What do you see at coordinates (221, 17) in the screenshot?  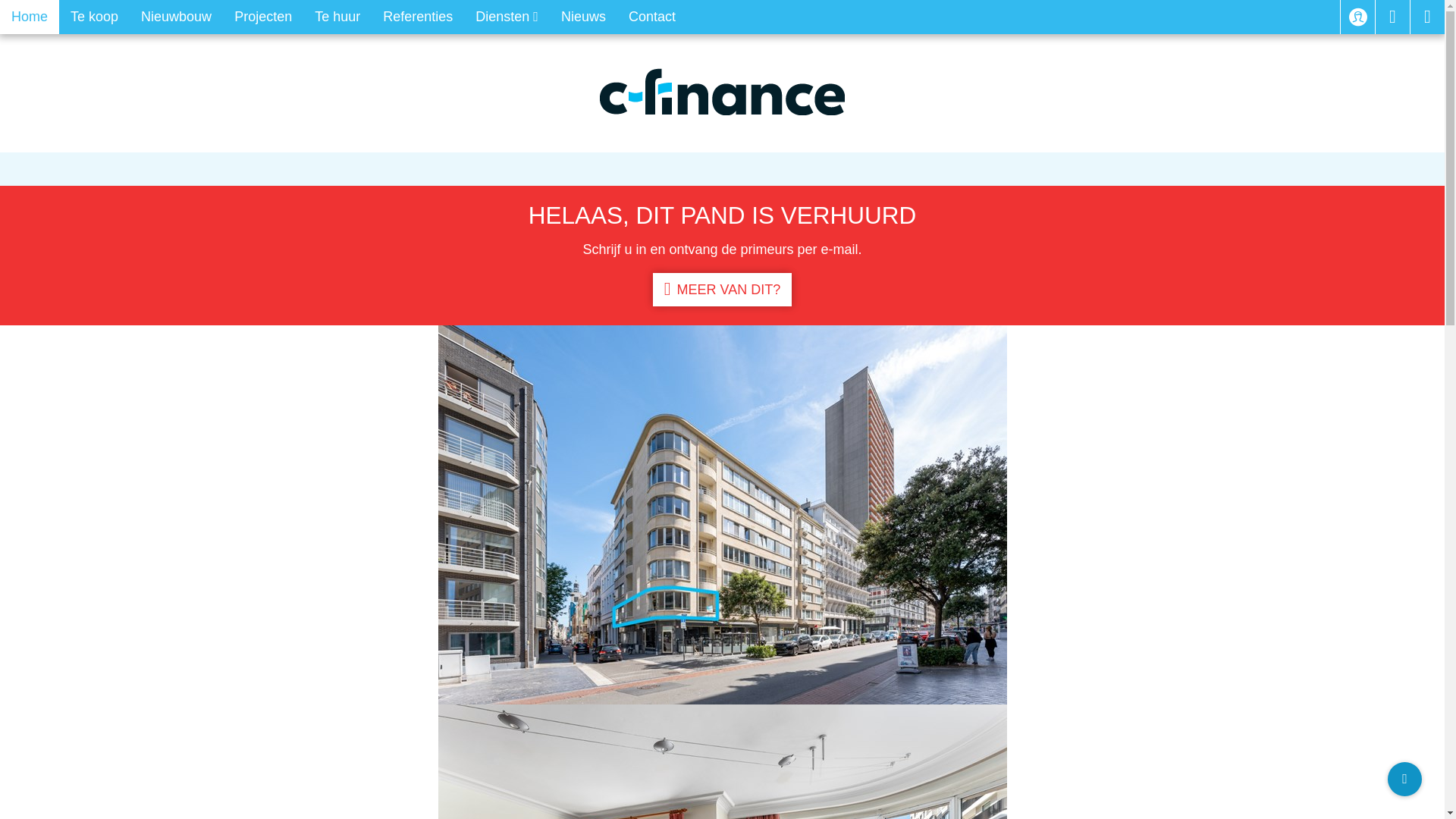 I see `'Projecten'` at bounding box center [221, 17].